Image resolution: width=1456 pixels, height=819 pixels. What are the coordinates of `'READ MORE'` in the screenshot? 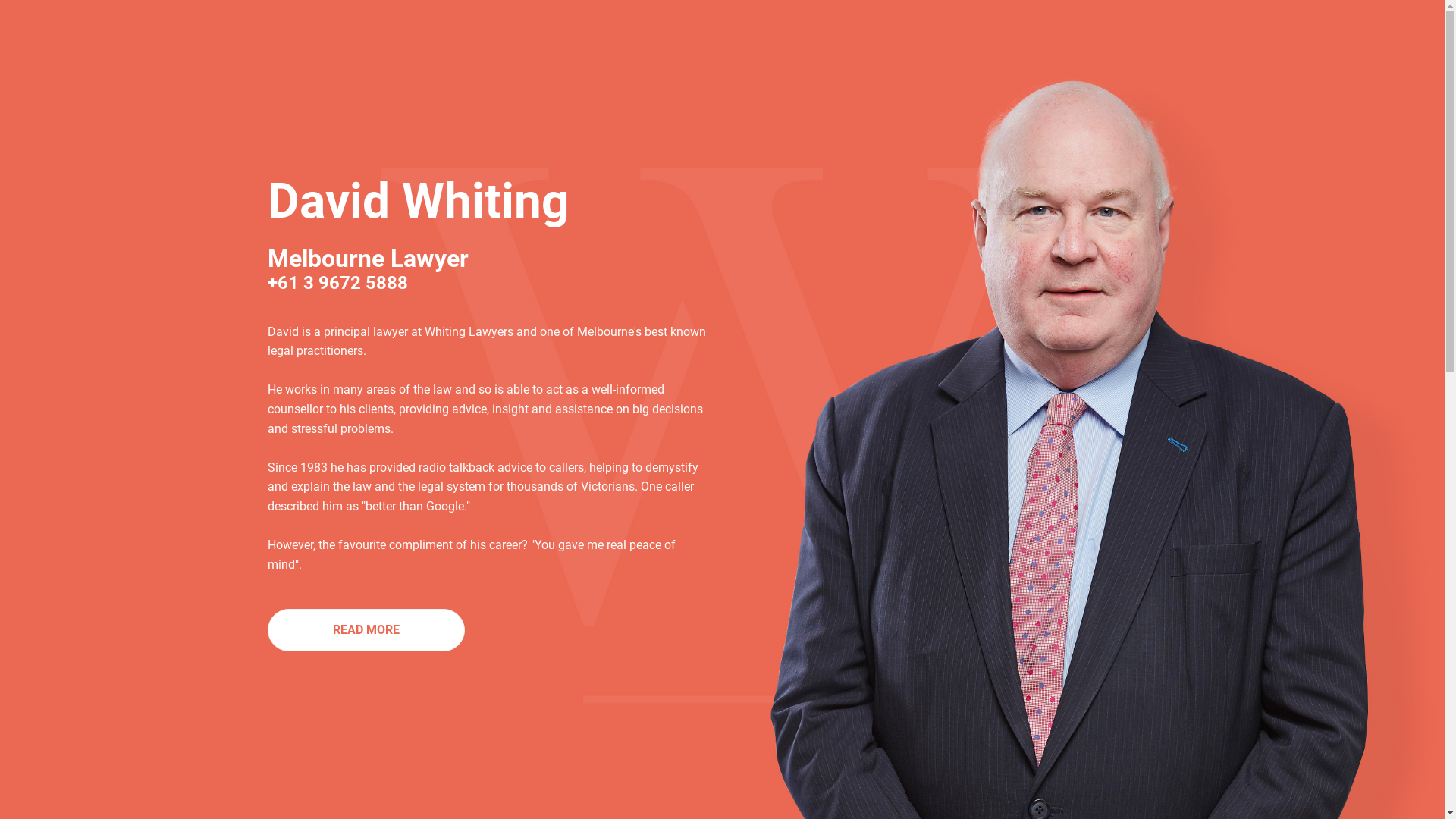 It's located at (365, 629).